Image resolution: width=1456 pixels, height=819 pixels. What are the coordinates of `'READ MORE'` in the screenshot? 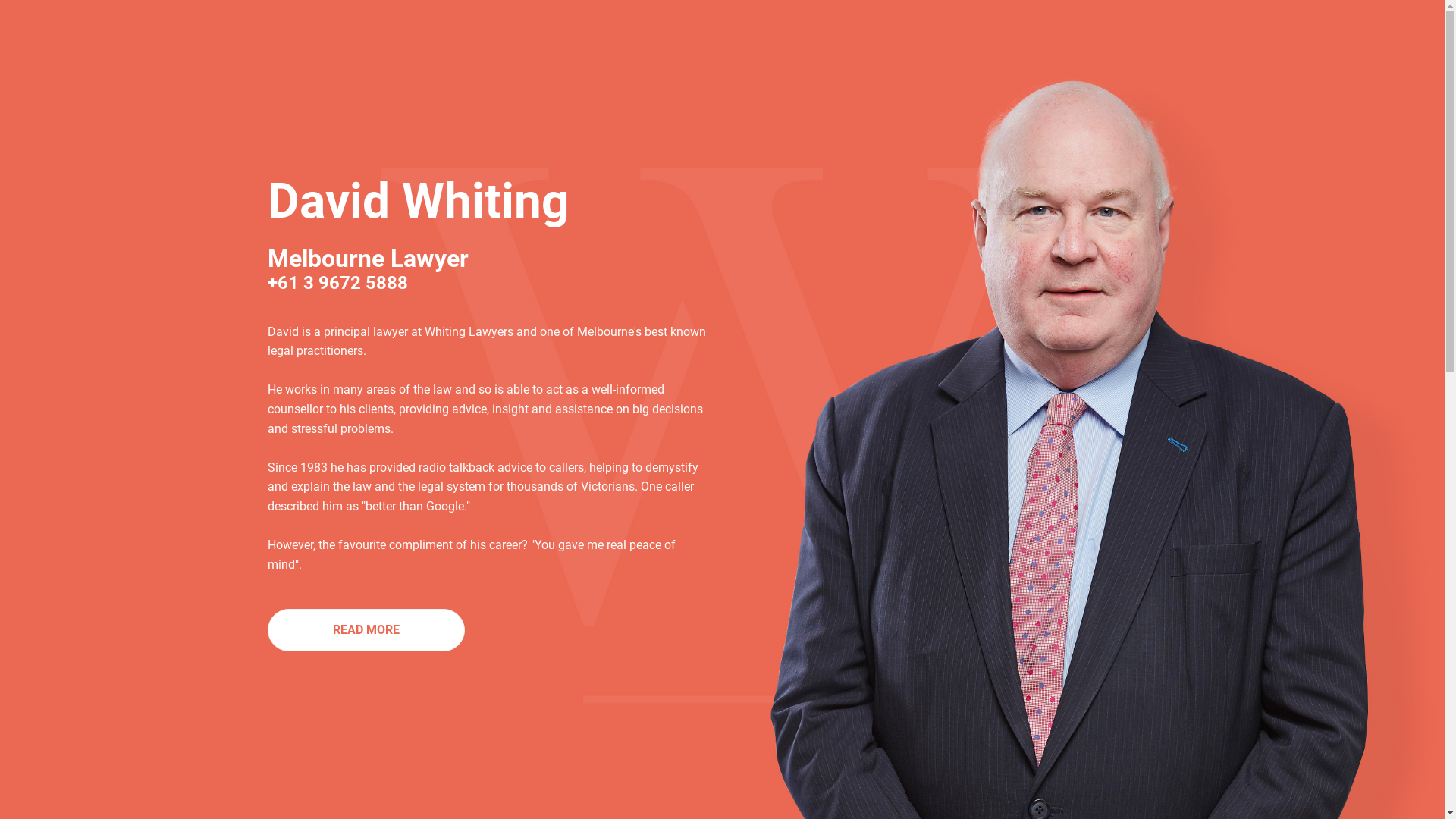 It's located at (365, 629).